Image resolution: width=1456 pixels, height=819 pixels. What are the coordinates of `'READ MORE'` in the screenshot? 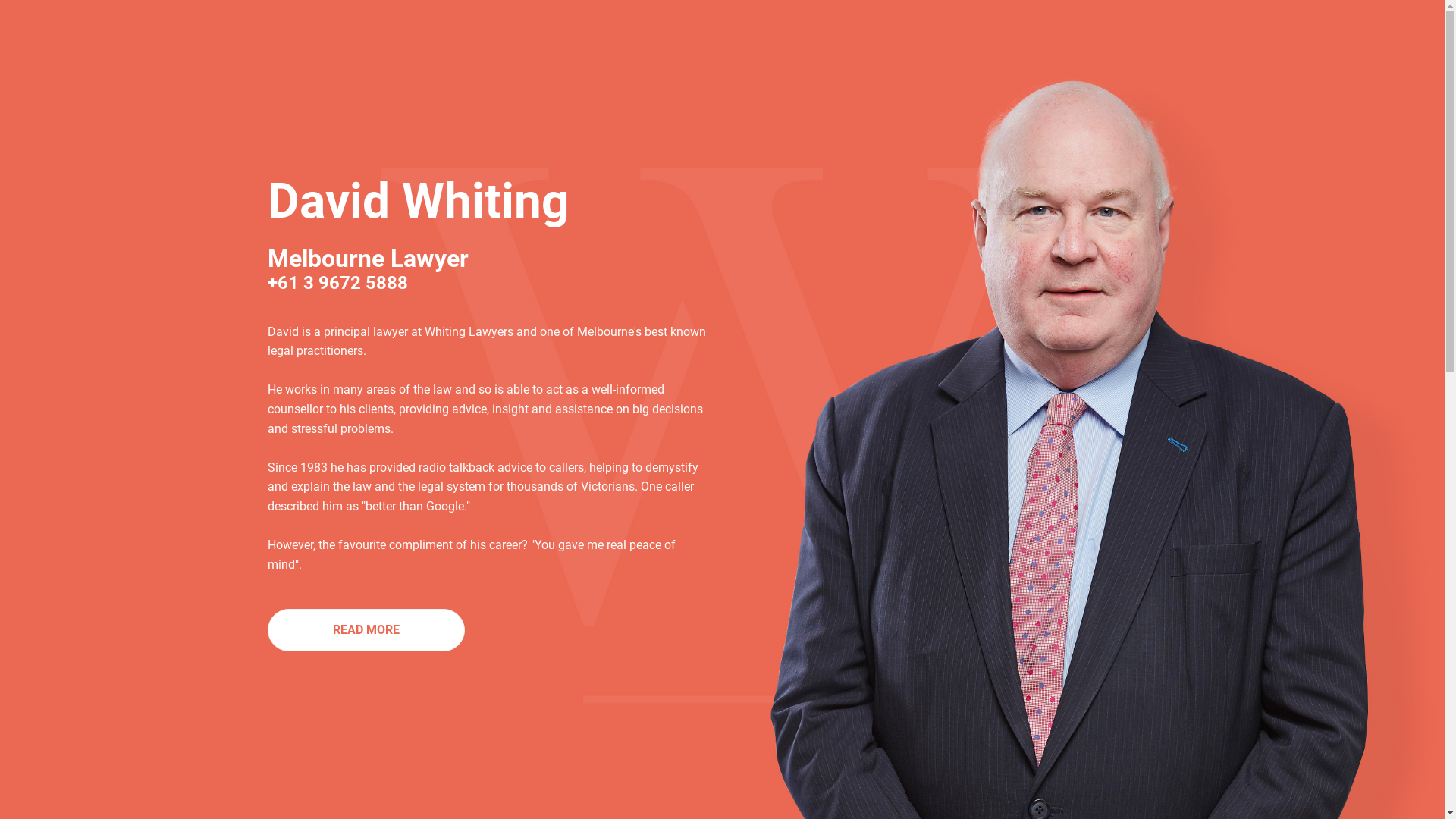 It's located at (365, 629).